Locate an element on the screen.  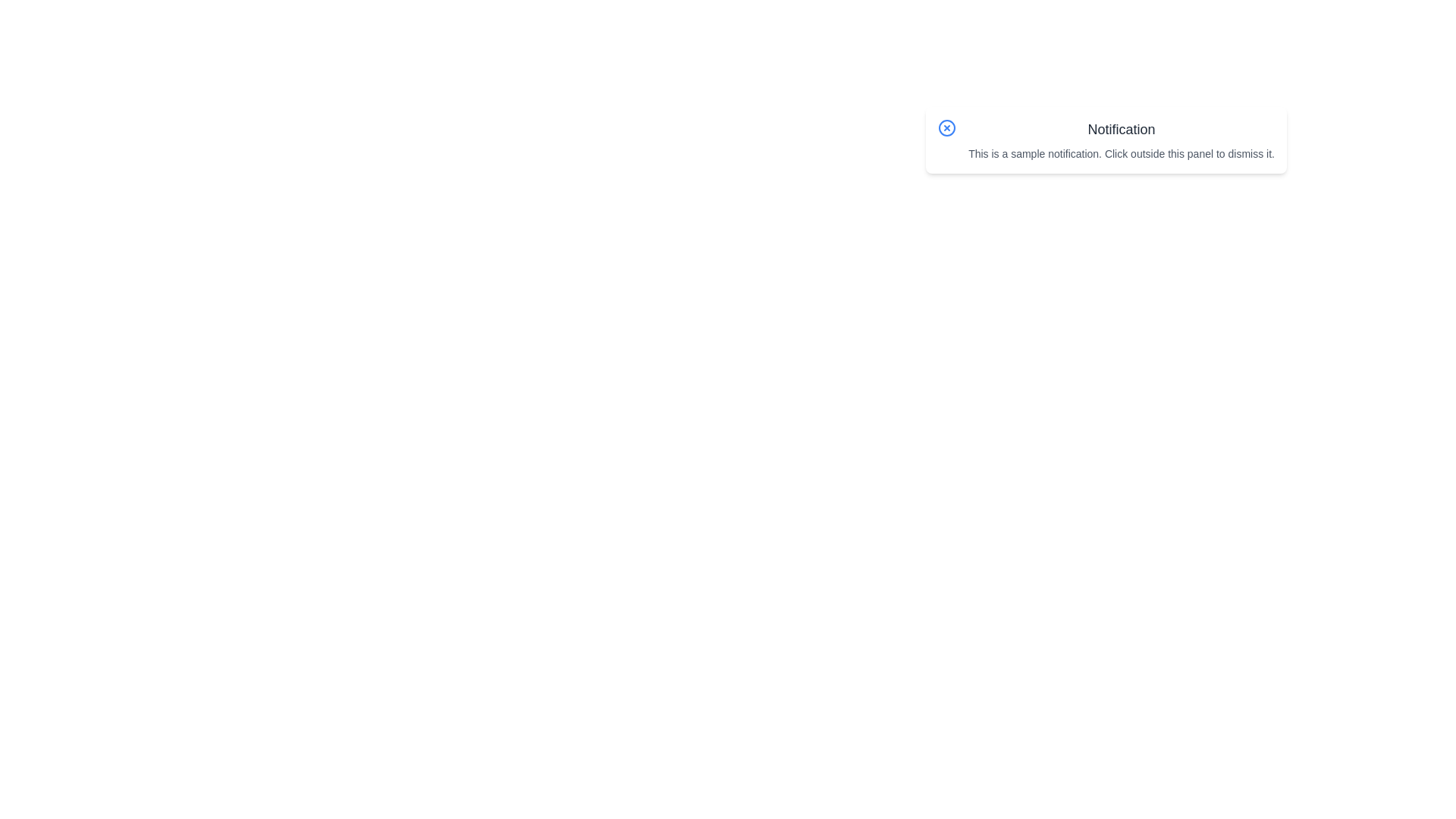
the graphical representation of the SVG circle element that serves as a decorative component of a close button icon located at the top-left corner of the notification card is located at coordinates (946, 127).